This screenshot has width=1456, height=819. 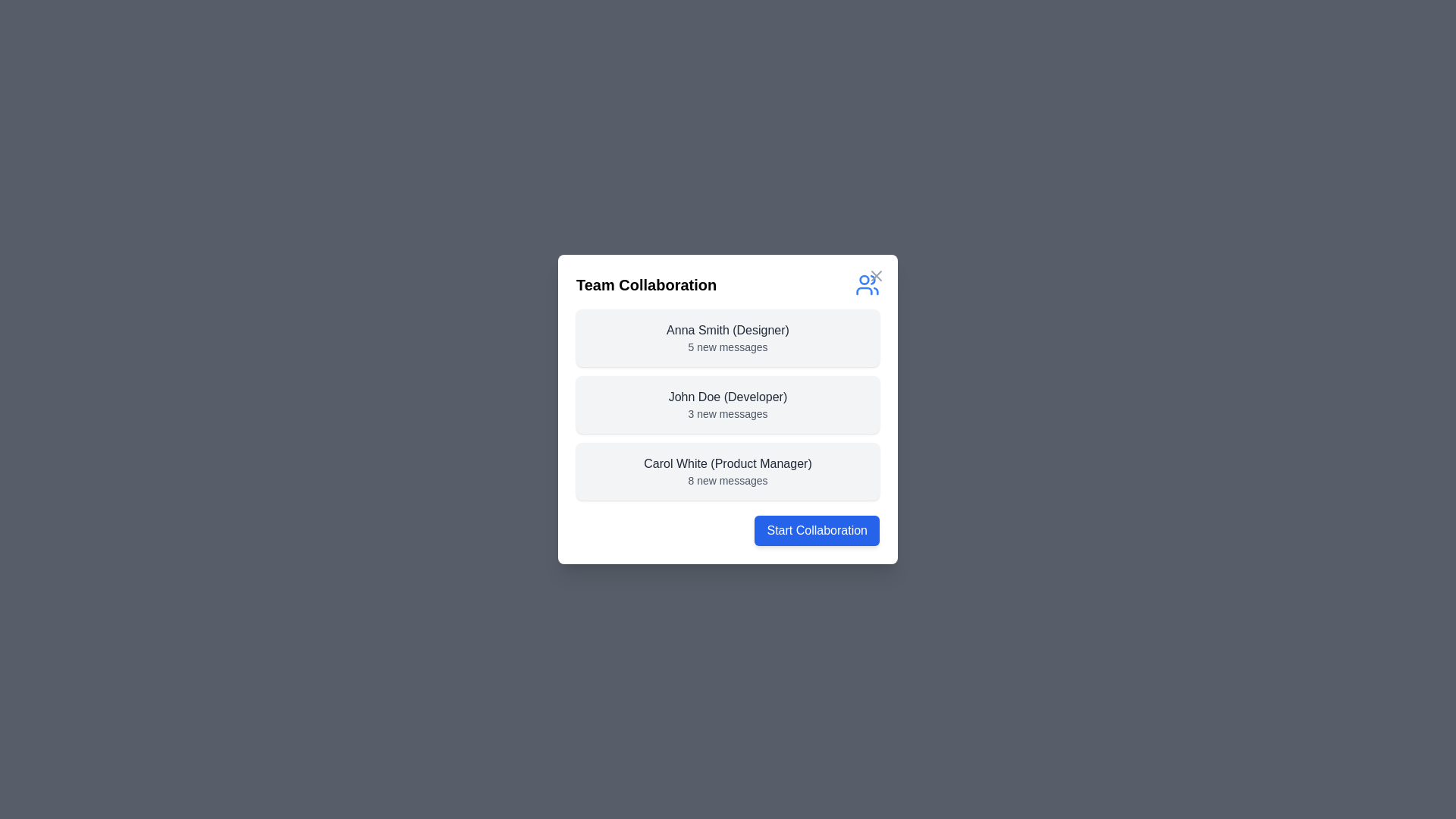 I want to click on the close button to close the dialog, so click(x=877, y=275).